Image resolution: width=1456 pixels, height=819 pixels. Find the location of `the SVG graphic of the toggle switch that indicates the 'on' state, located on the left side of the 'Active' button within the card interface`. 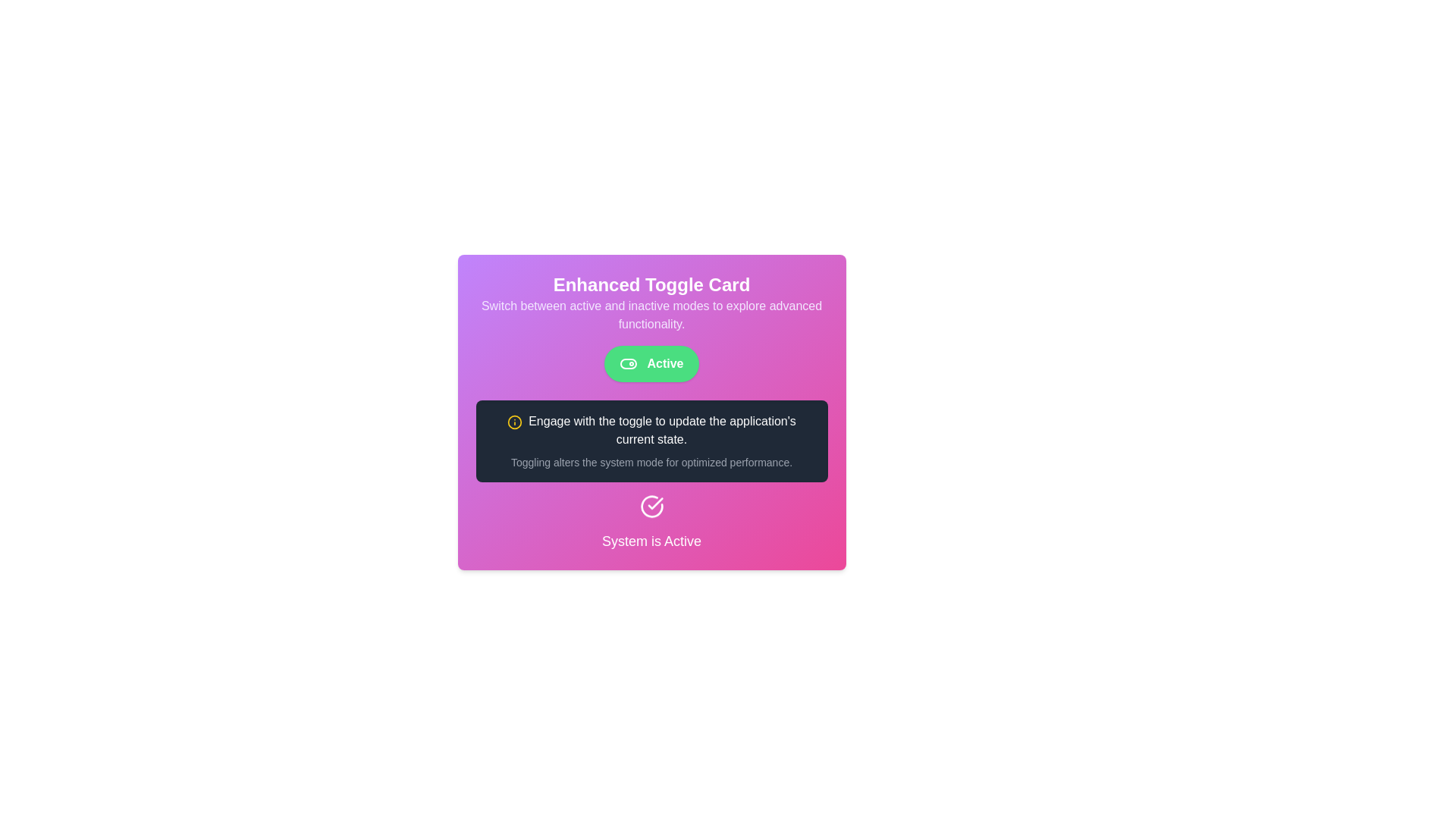

the SVG graphic of the toggle switch that indicates the 'on' state, located on the left side of the 'Active' button within the card interface is located at coordinates (629, 363).